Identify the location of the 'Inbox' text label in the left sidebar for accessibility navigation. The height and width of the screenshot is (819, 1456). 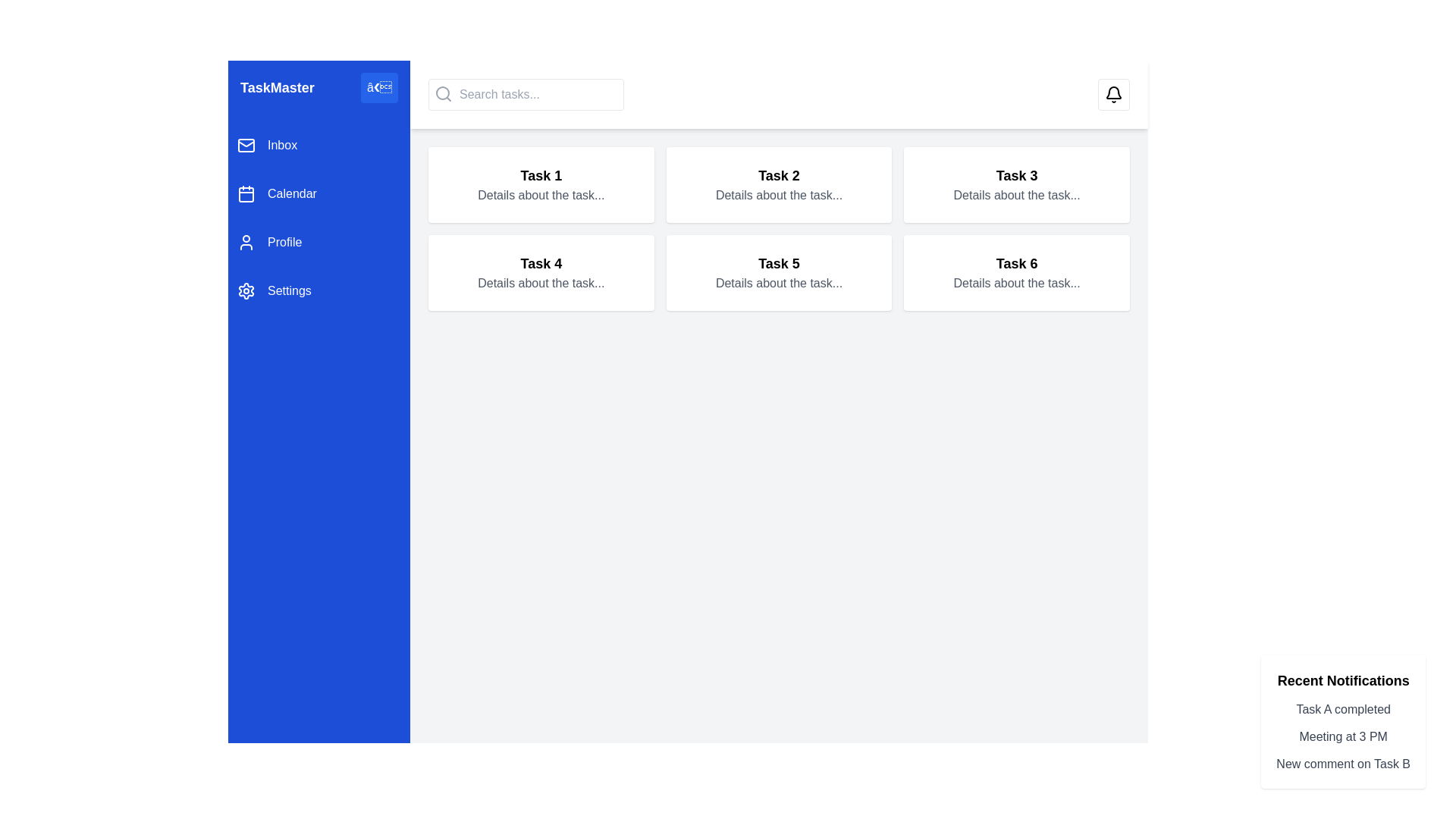
(282, 146).